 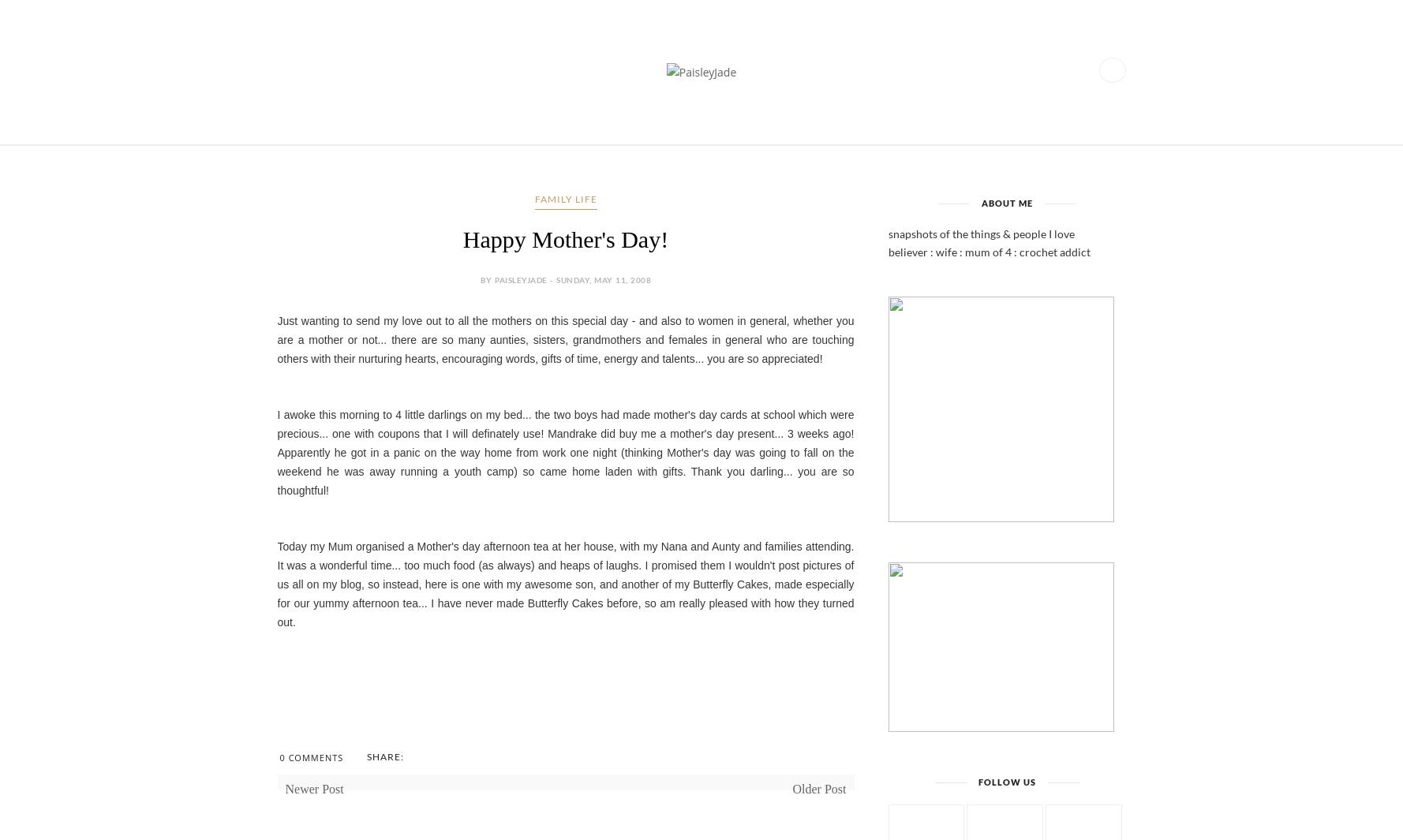 I want to click on 'snapshots of the things & people I love', so click(x=886, y=233).